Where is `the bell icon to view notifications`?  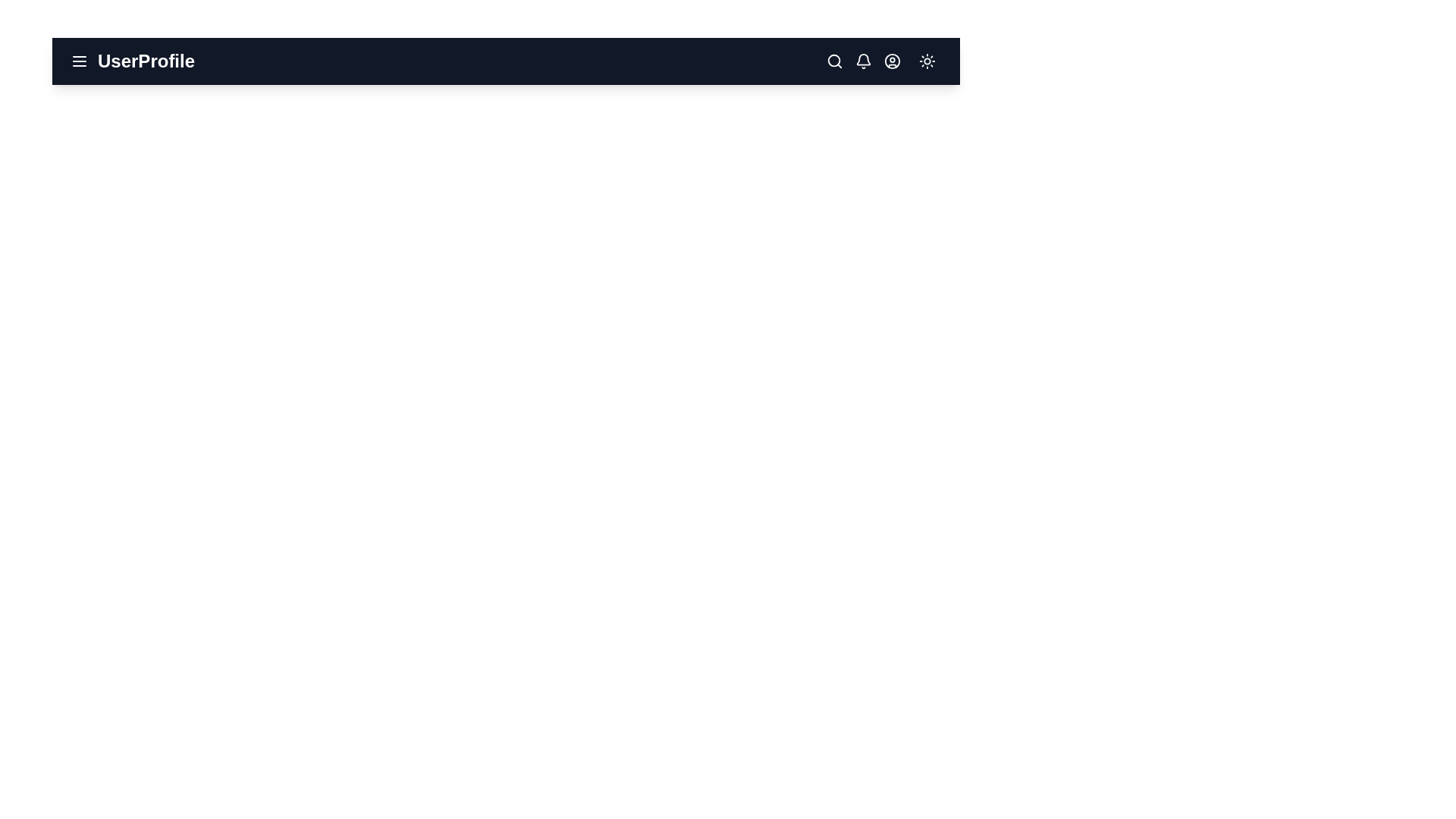 the bell icon to view notifications is located at coordinates (863, 61).